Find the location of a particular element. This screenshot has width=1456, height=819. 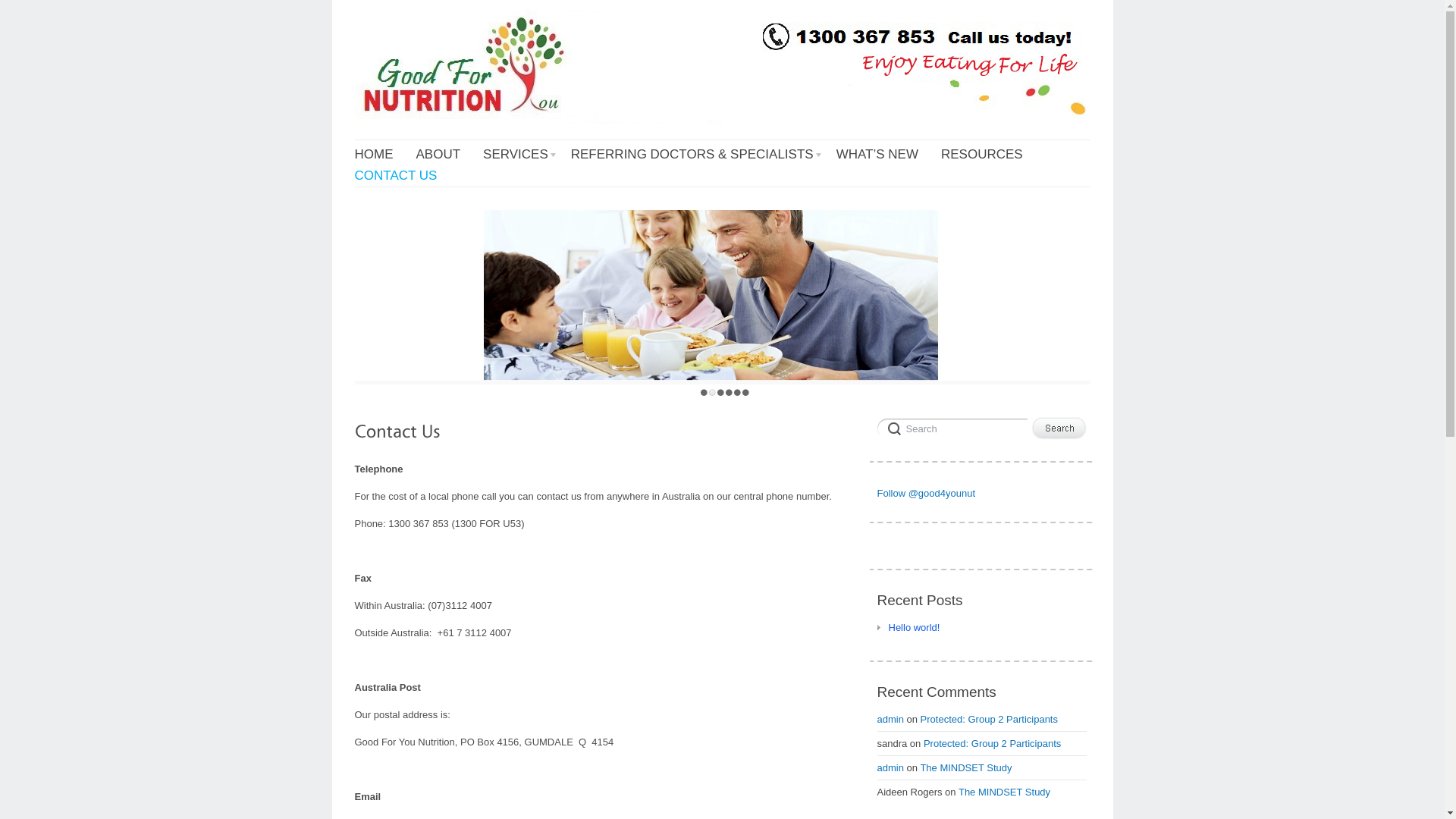

'Follow @good4younut' is located at coordinates (924, 493).